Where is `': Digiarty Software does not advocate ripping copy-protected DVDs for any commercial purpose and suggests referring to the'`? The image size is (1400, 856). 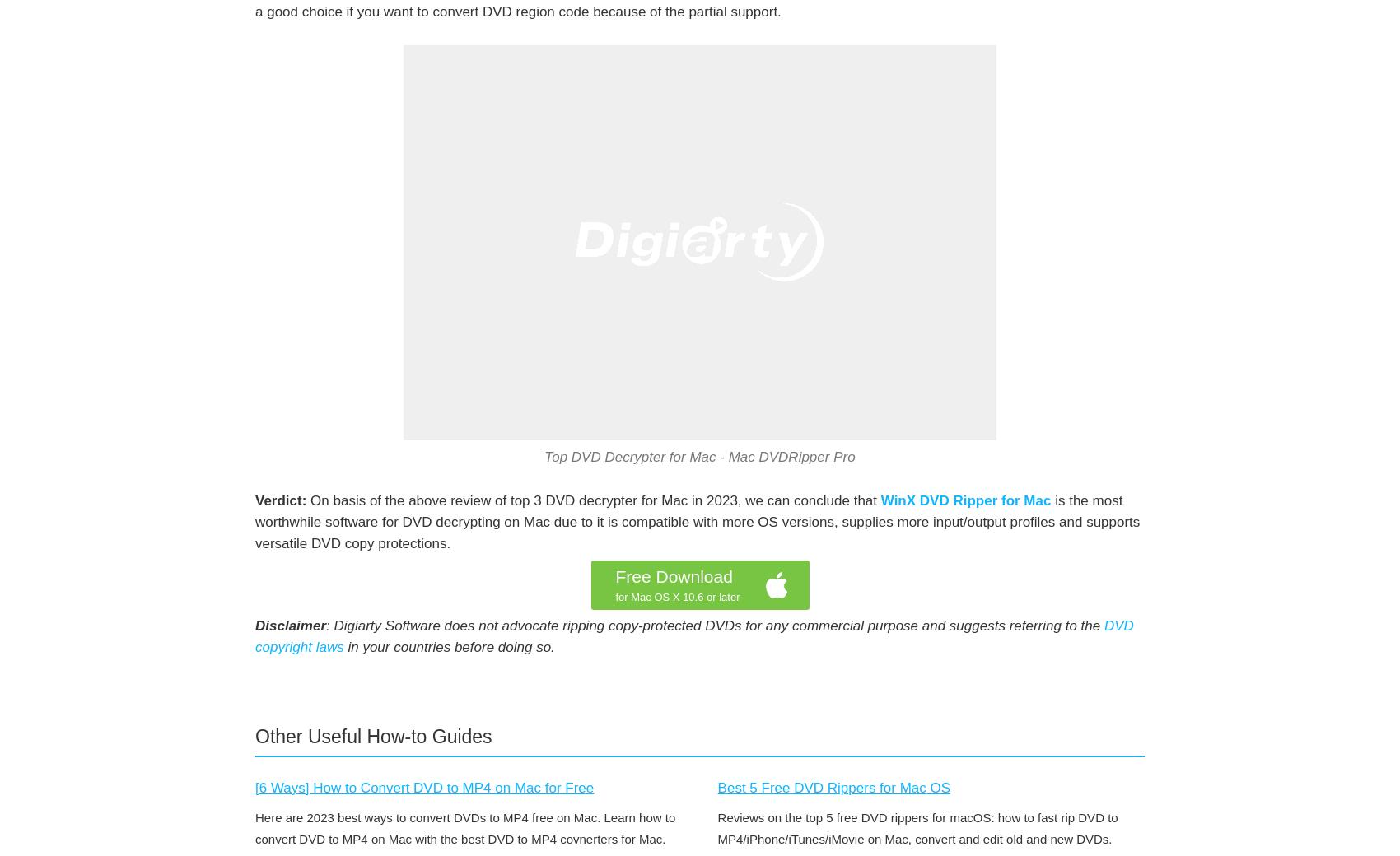
': Digiarty Software does not advocate ripping copy-protected DVDs for any commercial purpose and suggests referring to the' is located at coordinates (715, 626).